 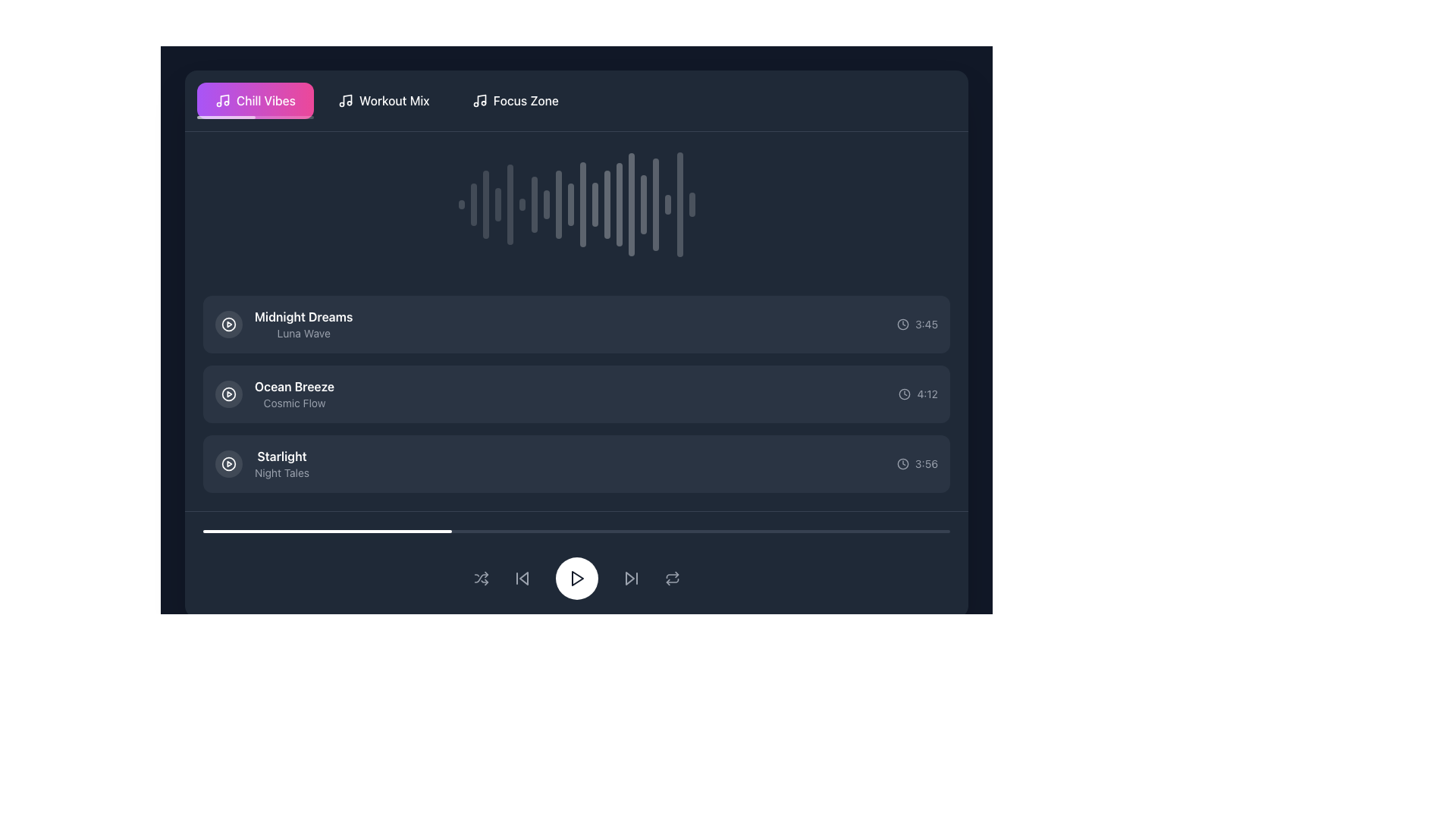 I want to click on the circular button with a white background and a black play icon to trigger hover effects, so click(x=576, y=579).